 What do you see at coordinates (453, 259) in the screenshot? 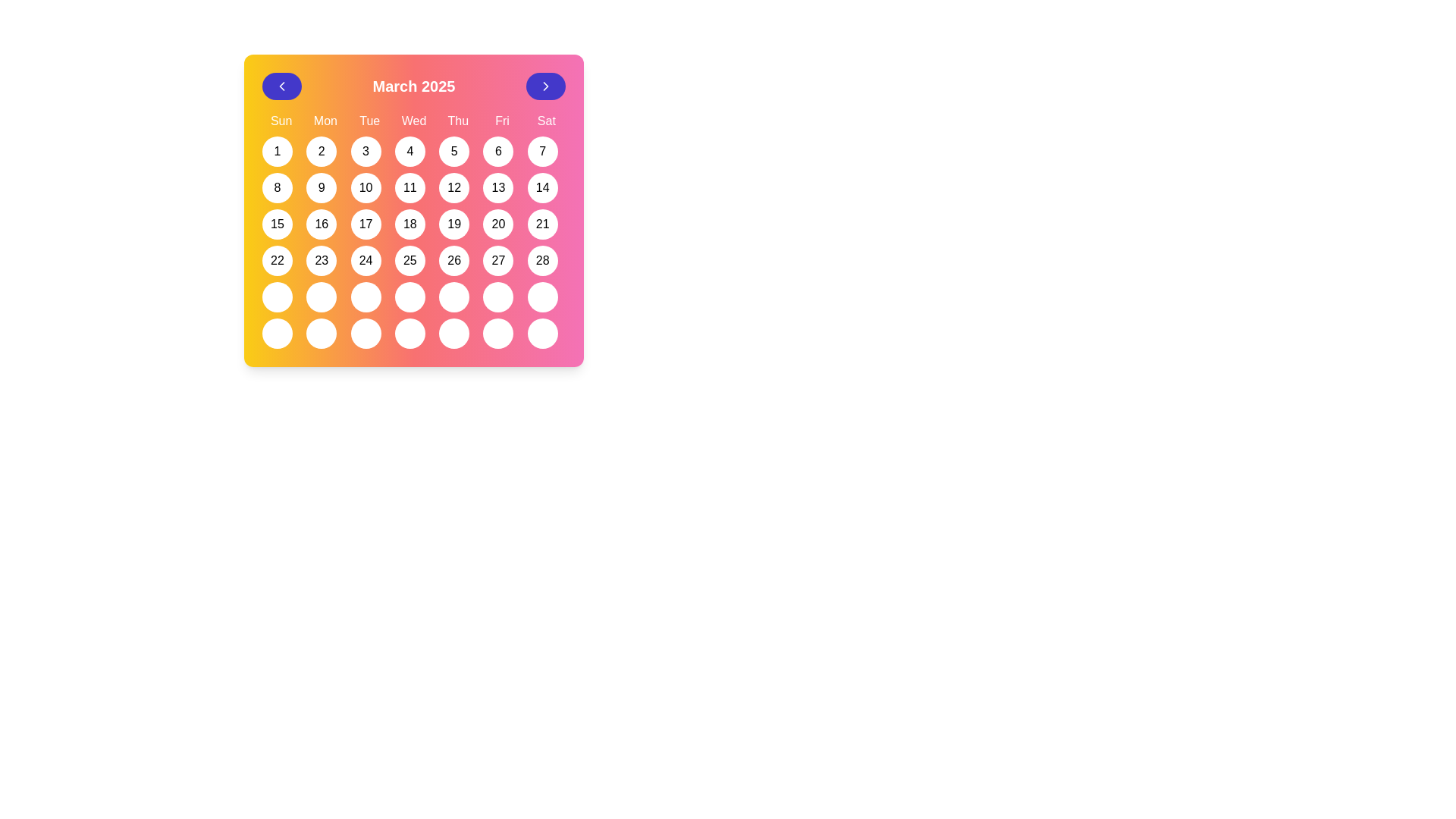
I see `the button representing the 26th day of March 2025 in the calendar` at bounding box center [453, 259].